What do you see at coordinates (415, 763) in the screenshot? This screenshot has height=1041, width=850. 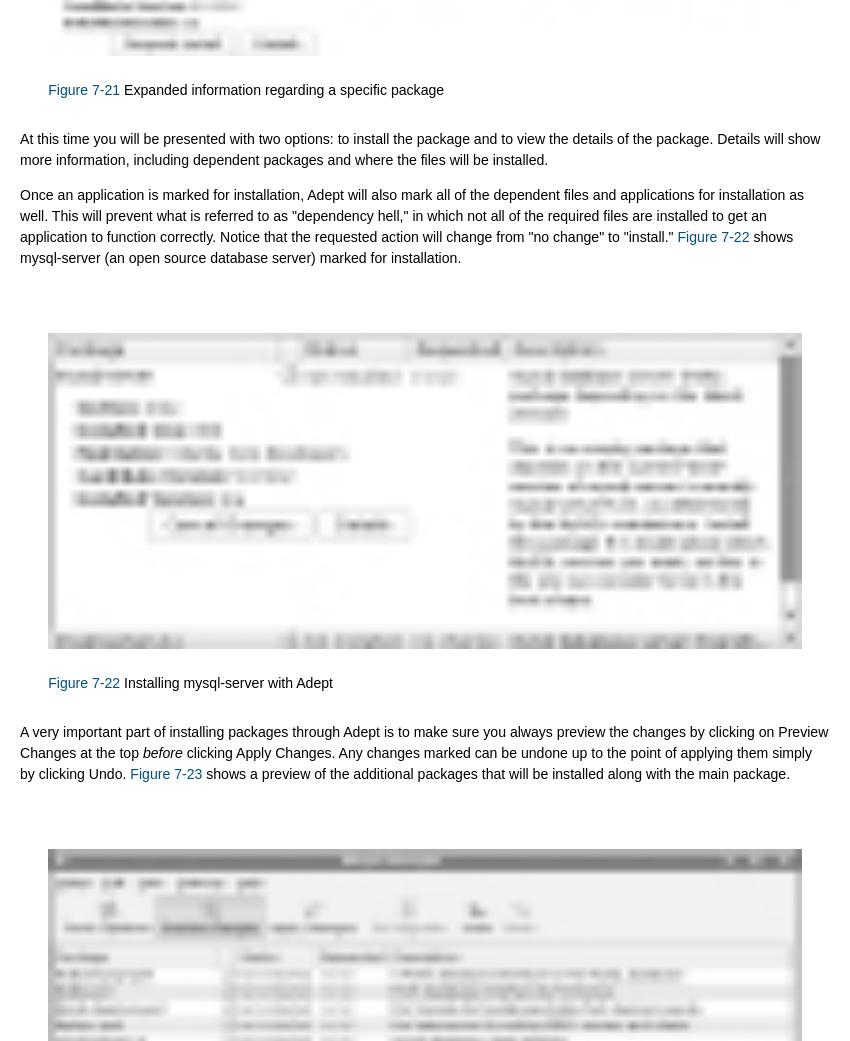 I see `'clicking Apply Changes. Any changes marked can be undone up to the point of applying them simply by clicking Undo.'` at bounding box center [415, 763].